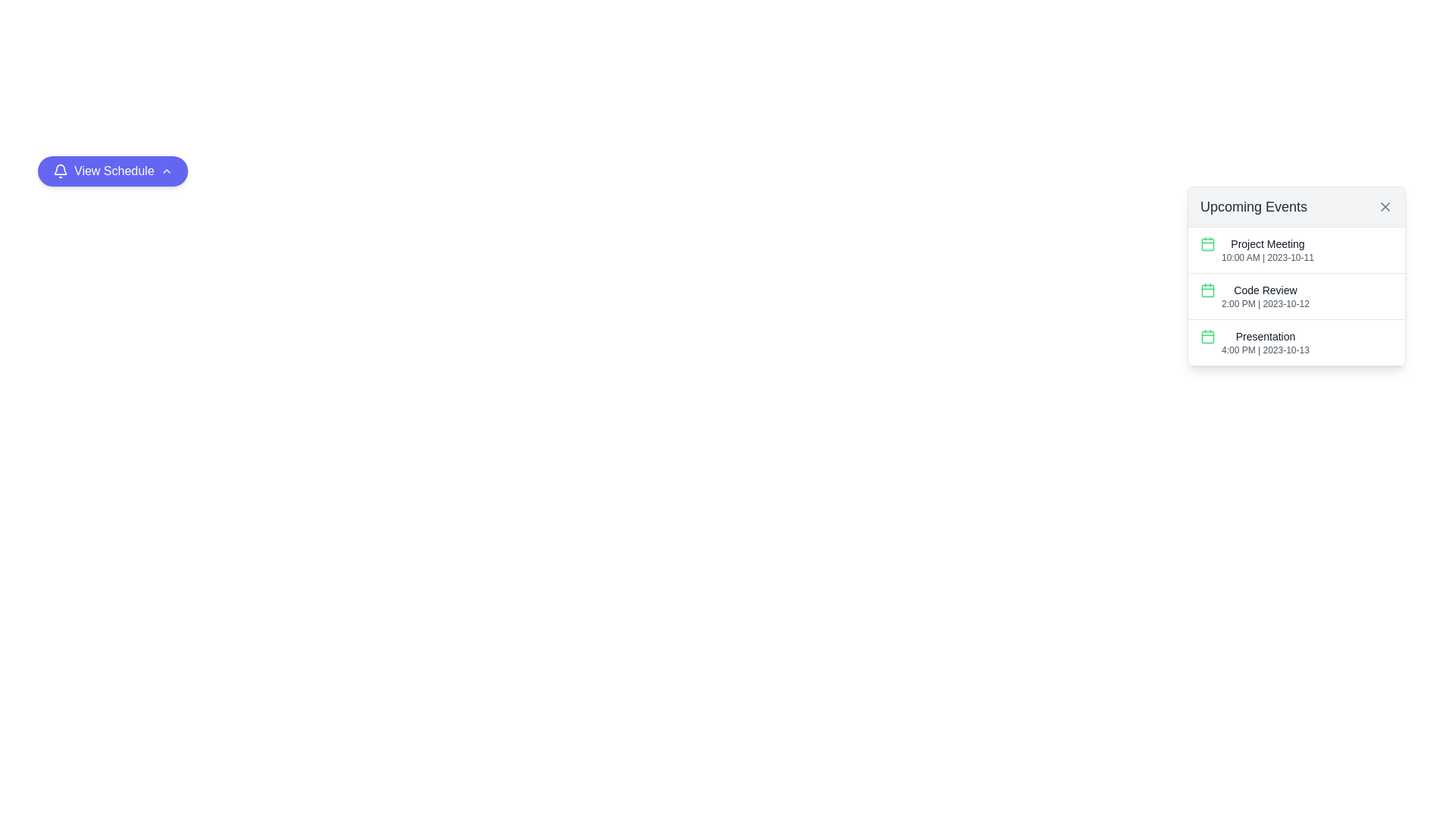 This screenshot has height=819, width=1456. Describe the element at coordinates (1385, 207) in the screenshot. I see `the 'X' icon button in the header of the 'Upcoming Events' box to trigger a color change from gray to red` at that location.